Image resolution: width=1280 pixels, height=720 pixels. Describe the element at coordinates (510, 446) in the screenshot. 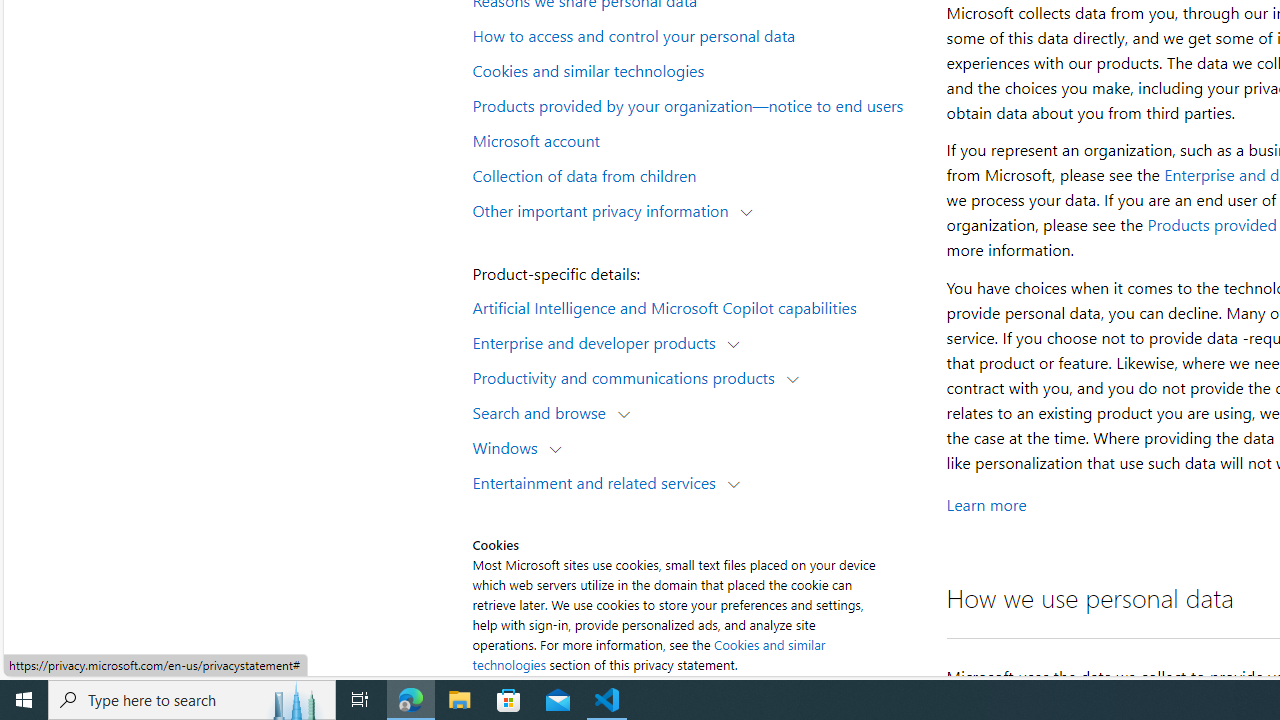

I see `'Windows'` at that location.